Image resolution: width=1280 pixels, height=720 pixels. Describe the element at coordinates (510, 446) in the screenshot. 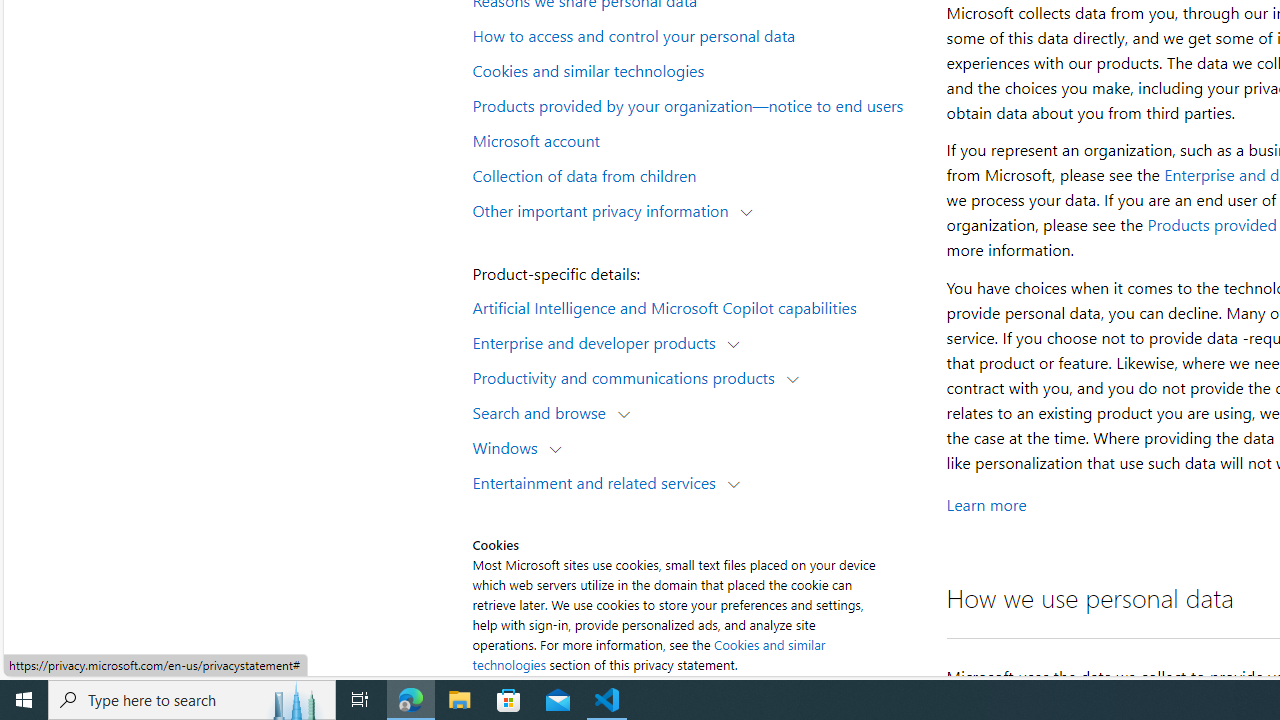

I see `'Windows'` at that location.